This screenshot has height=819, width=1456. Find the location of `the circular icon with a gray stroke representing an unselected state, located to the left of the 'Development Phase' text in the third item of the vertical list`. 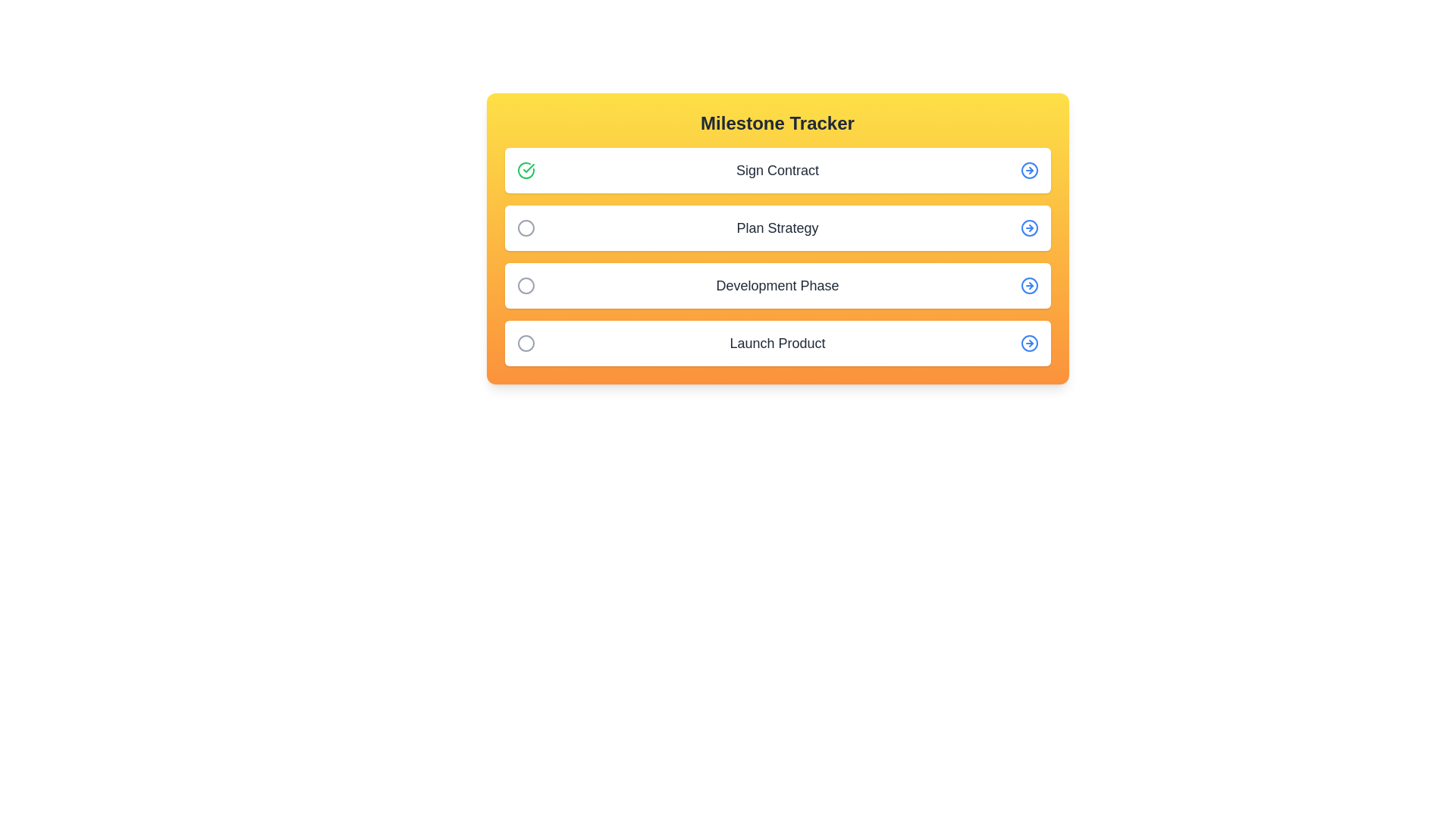

the circular icon with a gray stroke representing an unselected state, located to the left of the 'Development Phase' text in the third item of the vertical list is located at coordinates (526, 286).